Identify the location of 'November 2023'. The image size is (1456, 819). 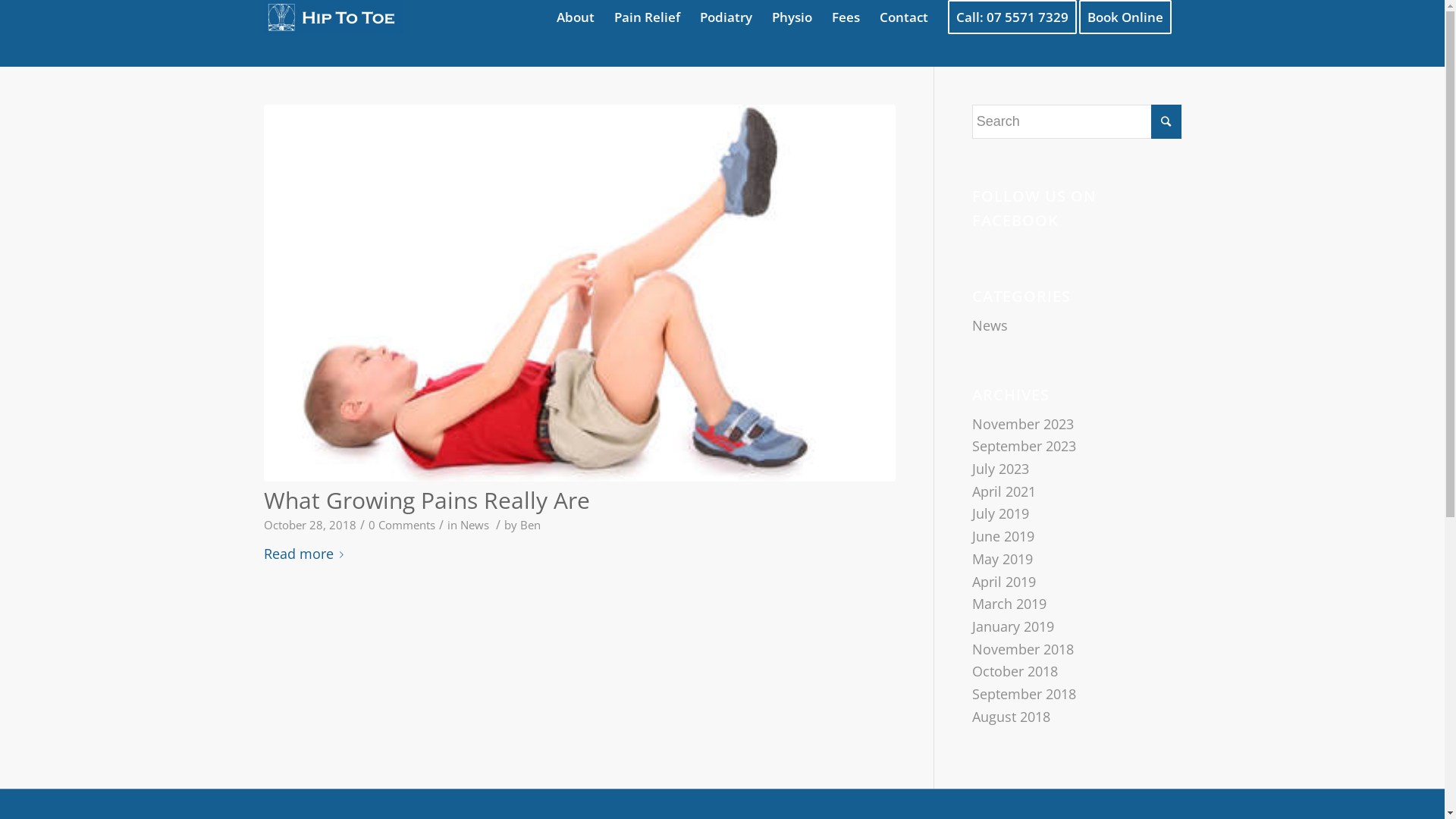
(1022, 424).